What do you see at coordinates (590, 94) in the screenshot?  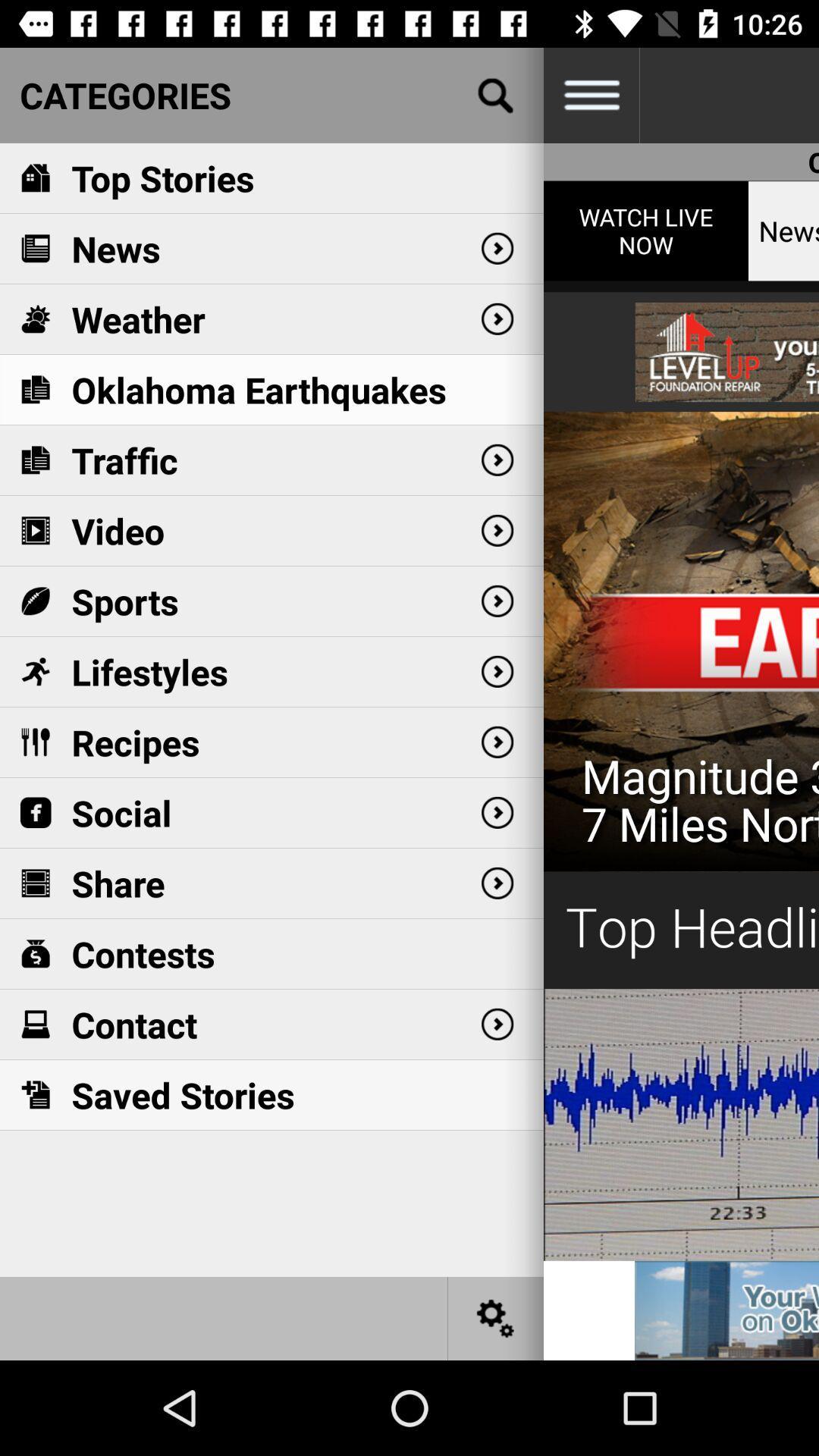 I see `settings` at bounding box center [590, 94].